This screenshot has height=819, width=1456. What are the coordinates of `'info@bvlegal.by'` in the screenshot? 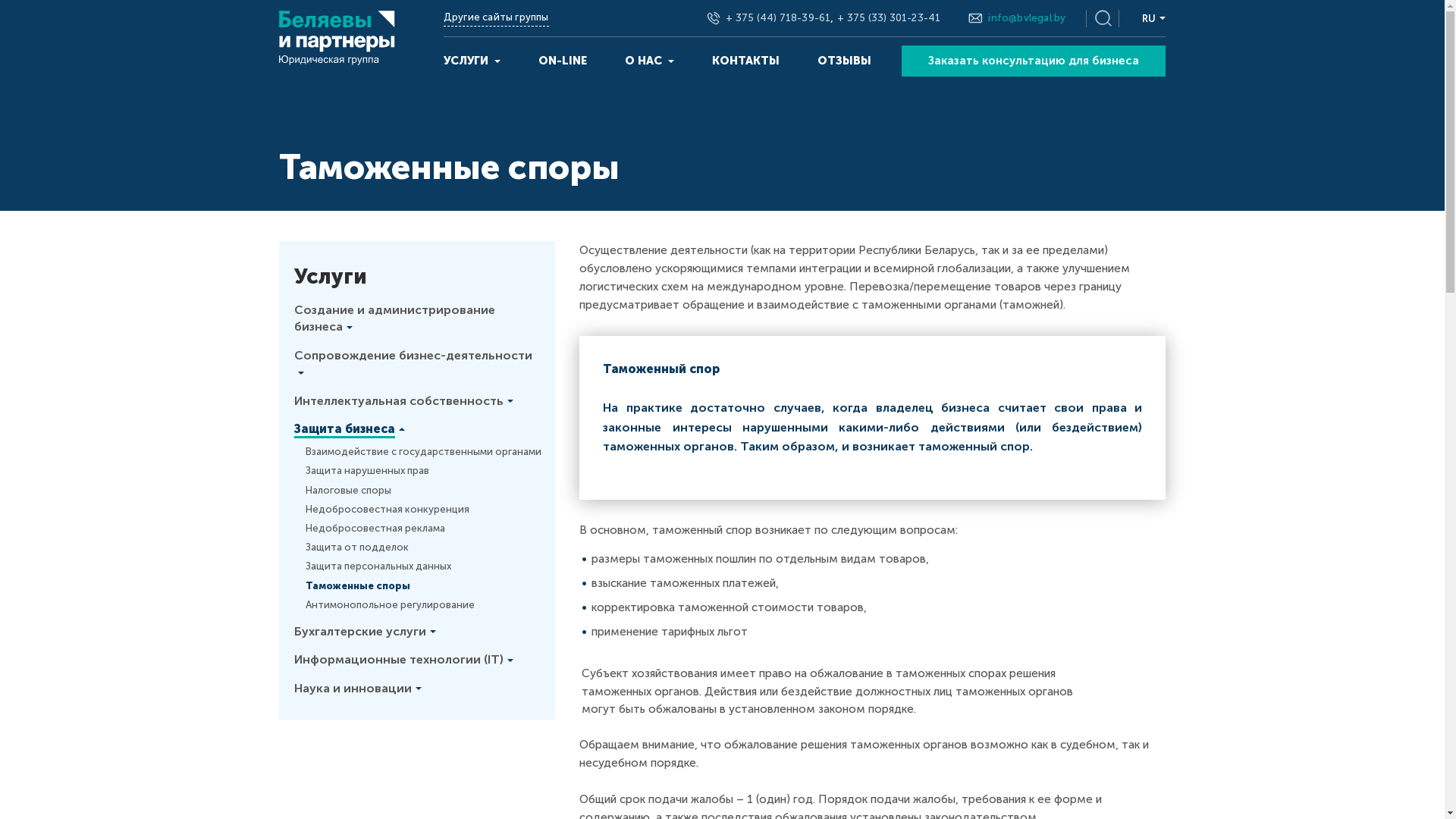 It's located at (1026, 17).